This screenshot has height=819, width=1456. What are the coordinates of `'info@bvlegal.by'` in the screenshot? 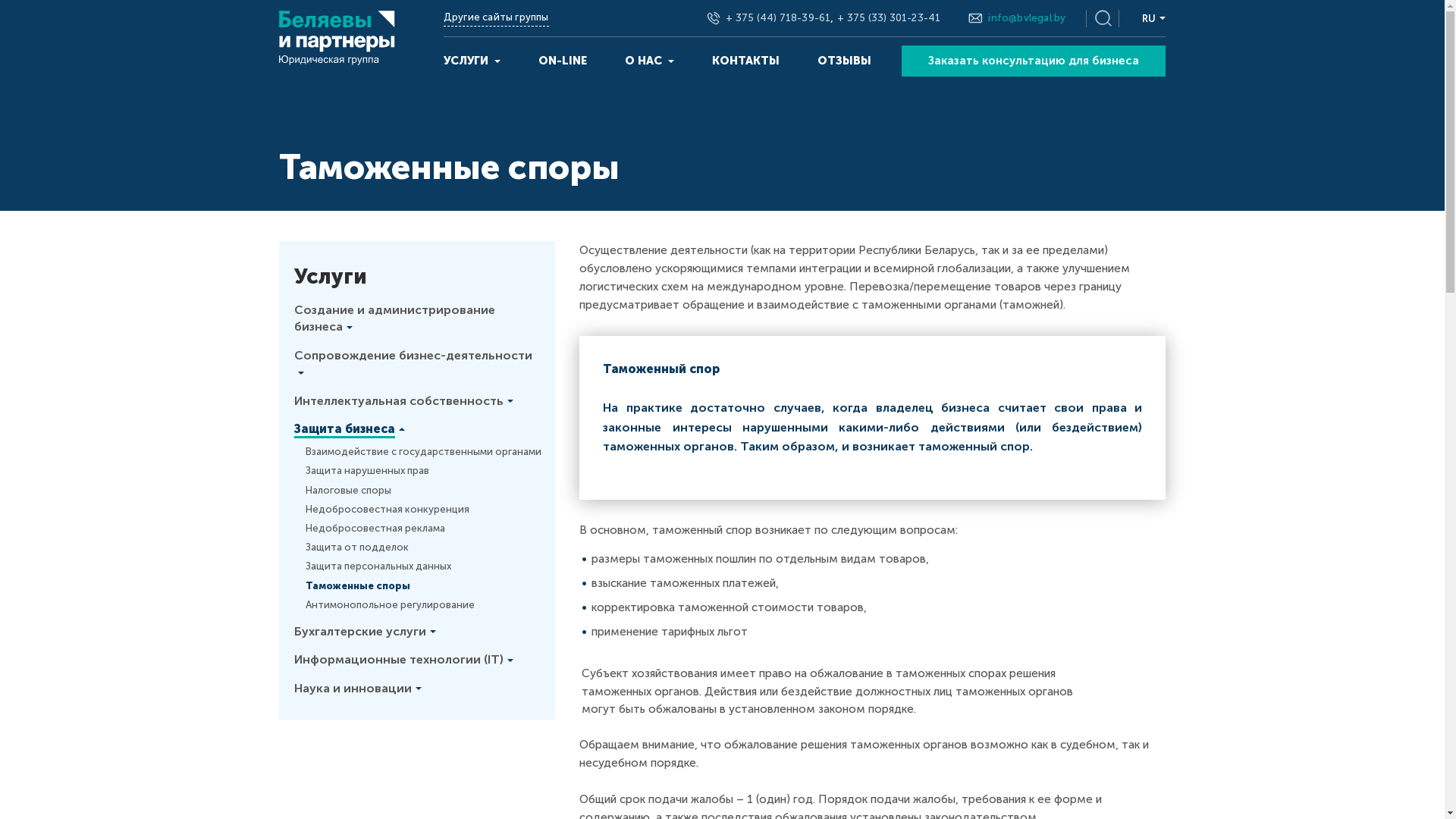 It's located at (1026, 17).